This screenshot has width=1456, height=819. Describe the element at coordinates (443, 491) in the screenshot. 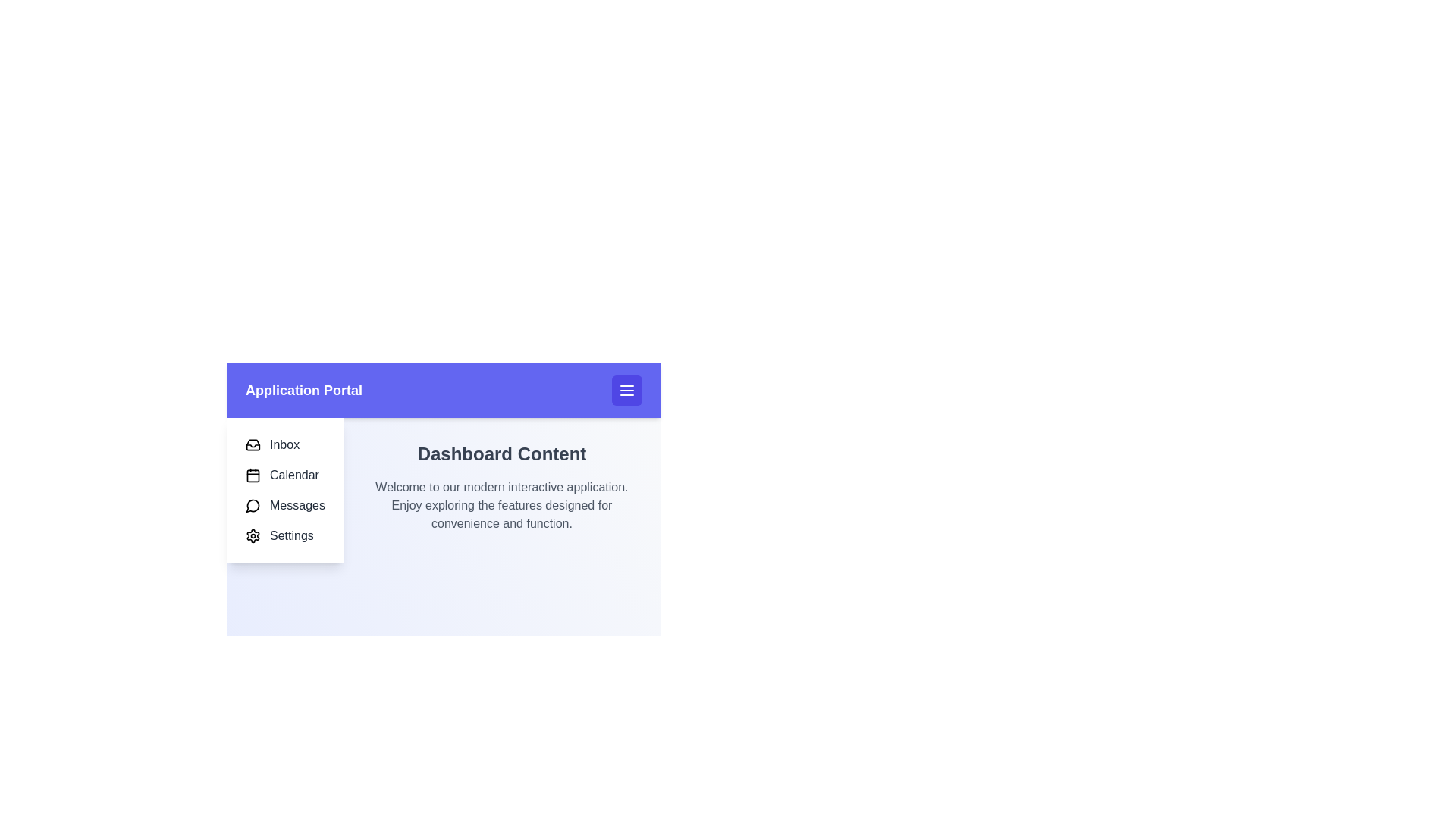

I see `displayed content in the 'Dashboard Content' text area located in the right column of the layout, adjacent to the vertical navigation menu` at that location.